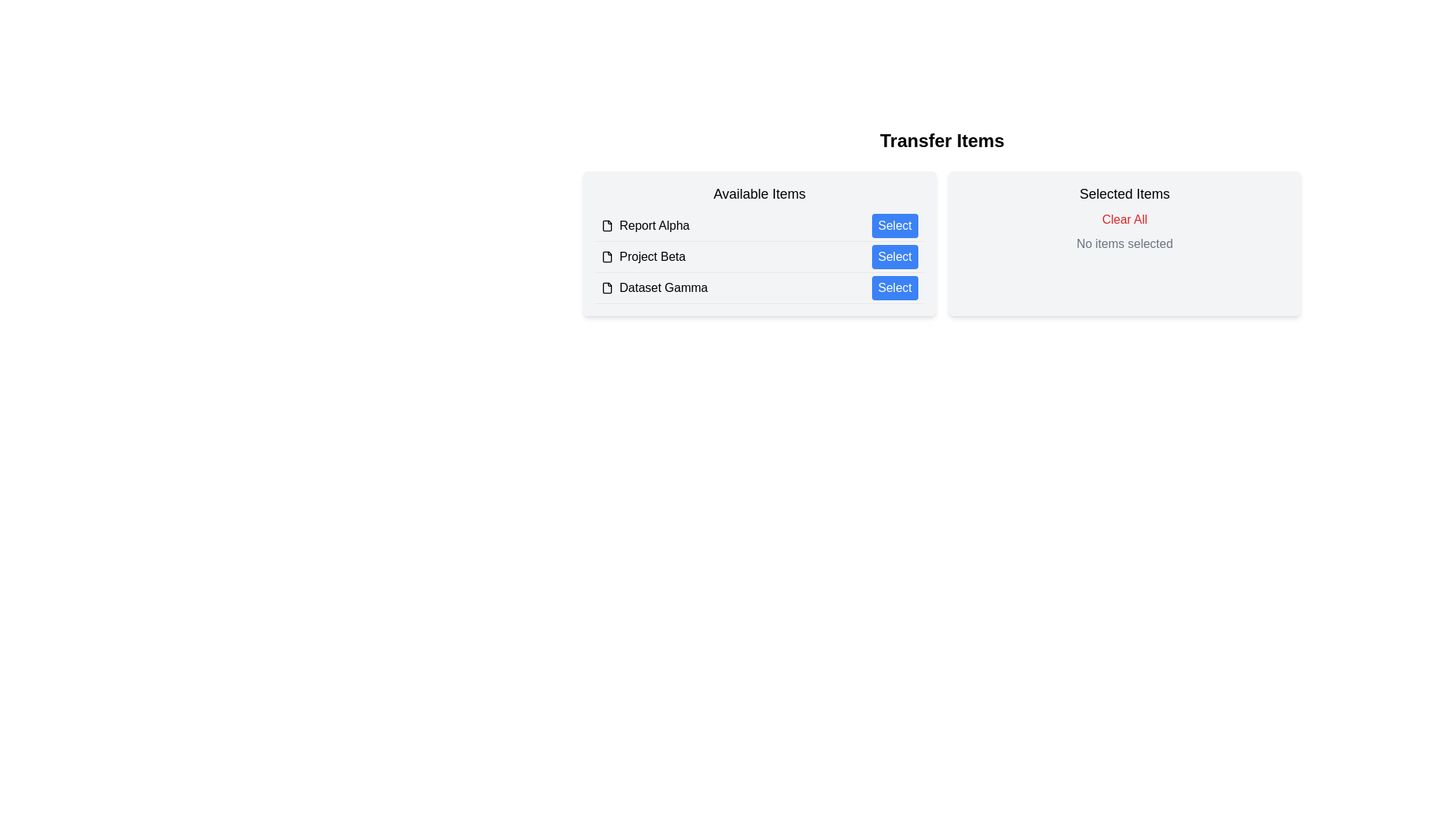 The width and height of the screenshot is (1456, 819). What do you see at coordinates (645, 225) in the screenshot?
I see `the label representing the first item` at bounding box center [645, 225].